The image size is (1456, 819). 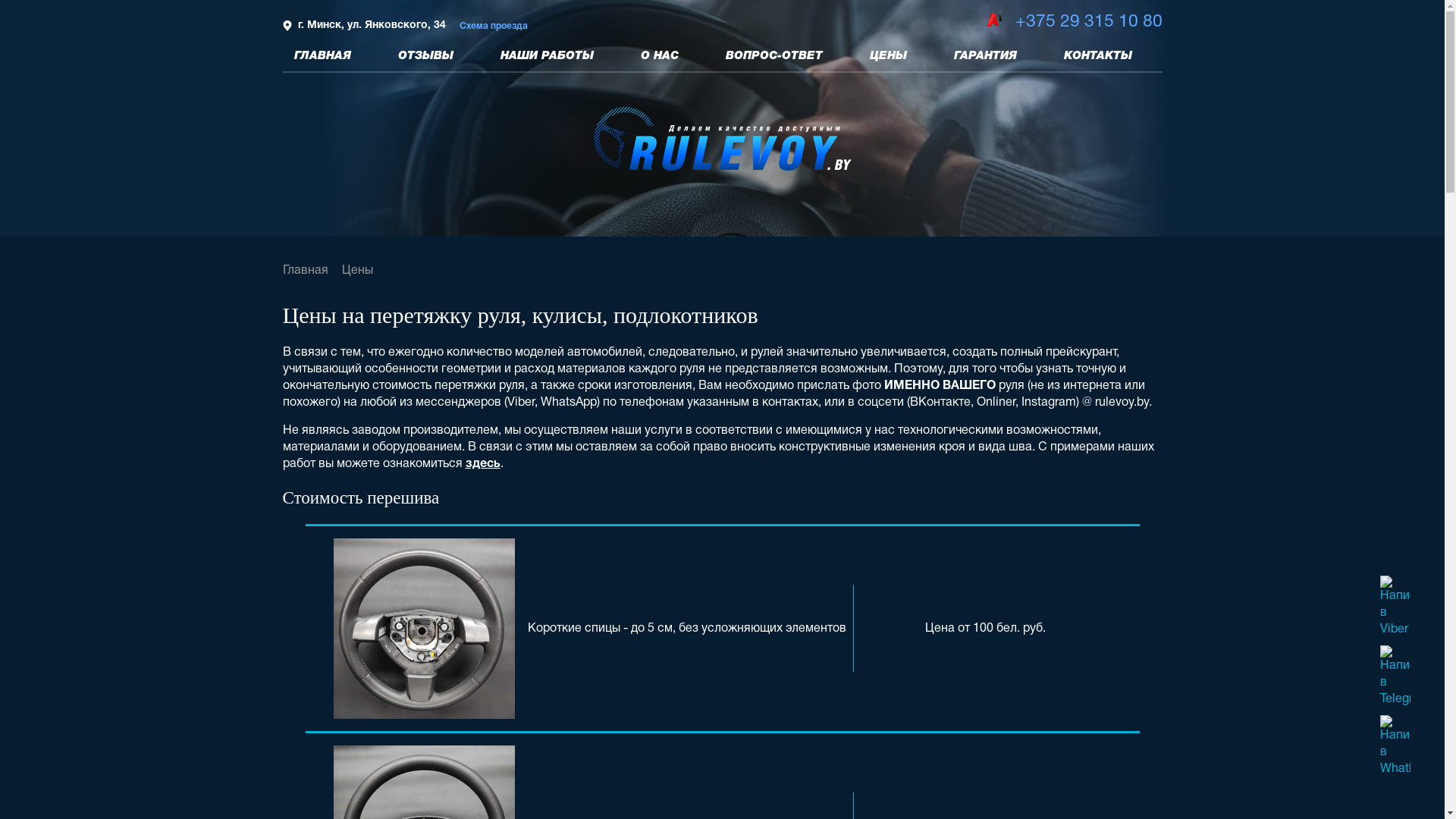 What do you see at coordinates (1015, 22) in the screenshot?
I see `'+375 29 315 10 80'` at bounding box center [1015, 22].